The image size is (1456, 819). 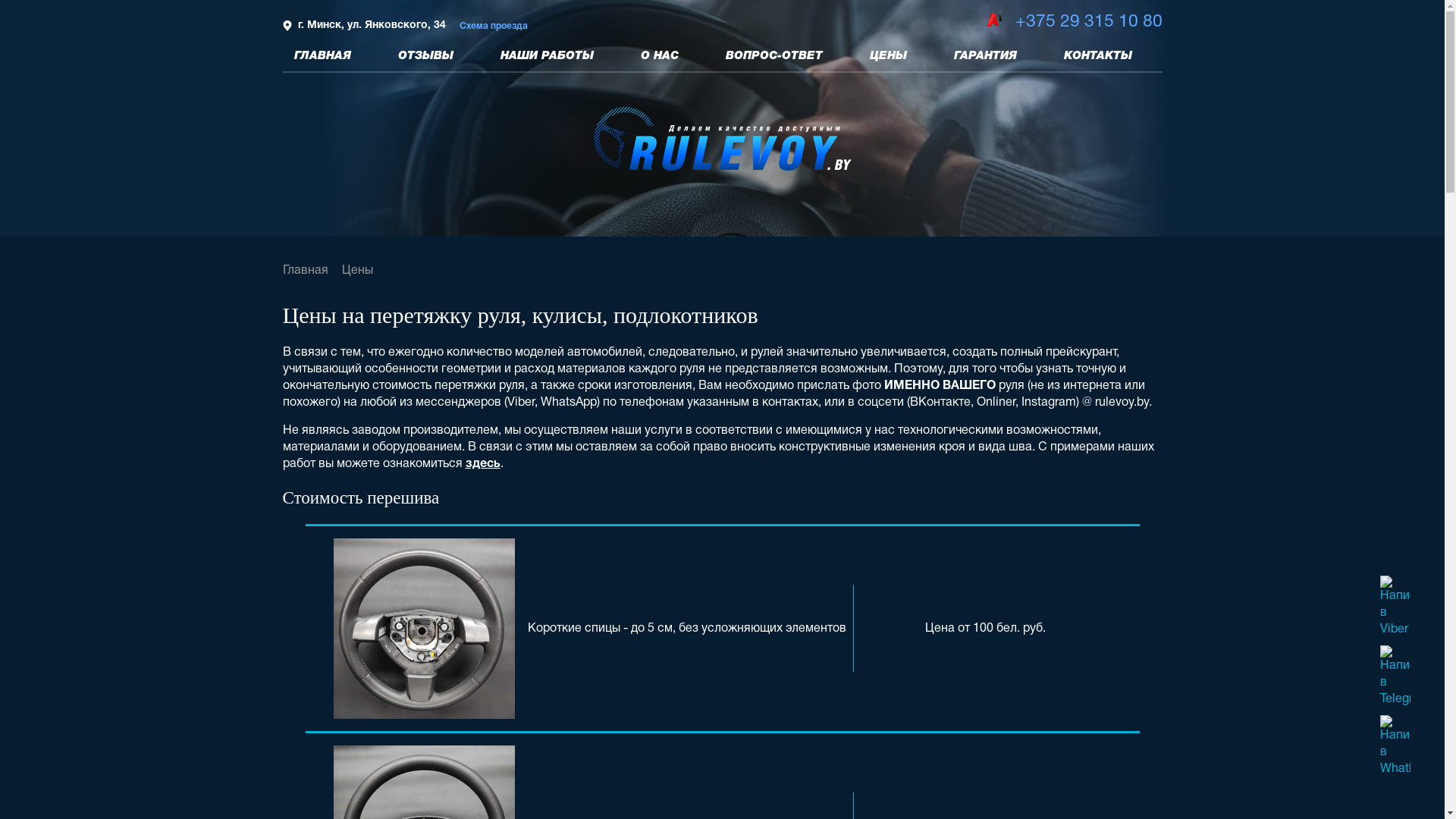 What do you see at coordinates (1015, 22) in the screenshot?
I see `'+375 29 315 10 80'` at bounding box center [1015, 22].